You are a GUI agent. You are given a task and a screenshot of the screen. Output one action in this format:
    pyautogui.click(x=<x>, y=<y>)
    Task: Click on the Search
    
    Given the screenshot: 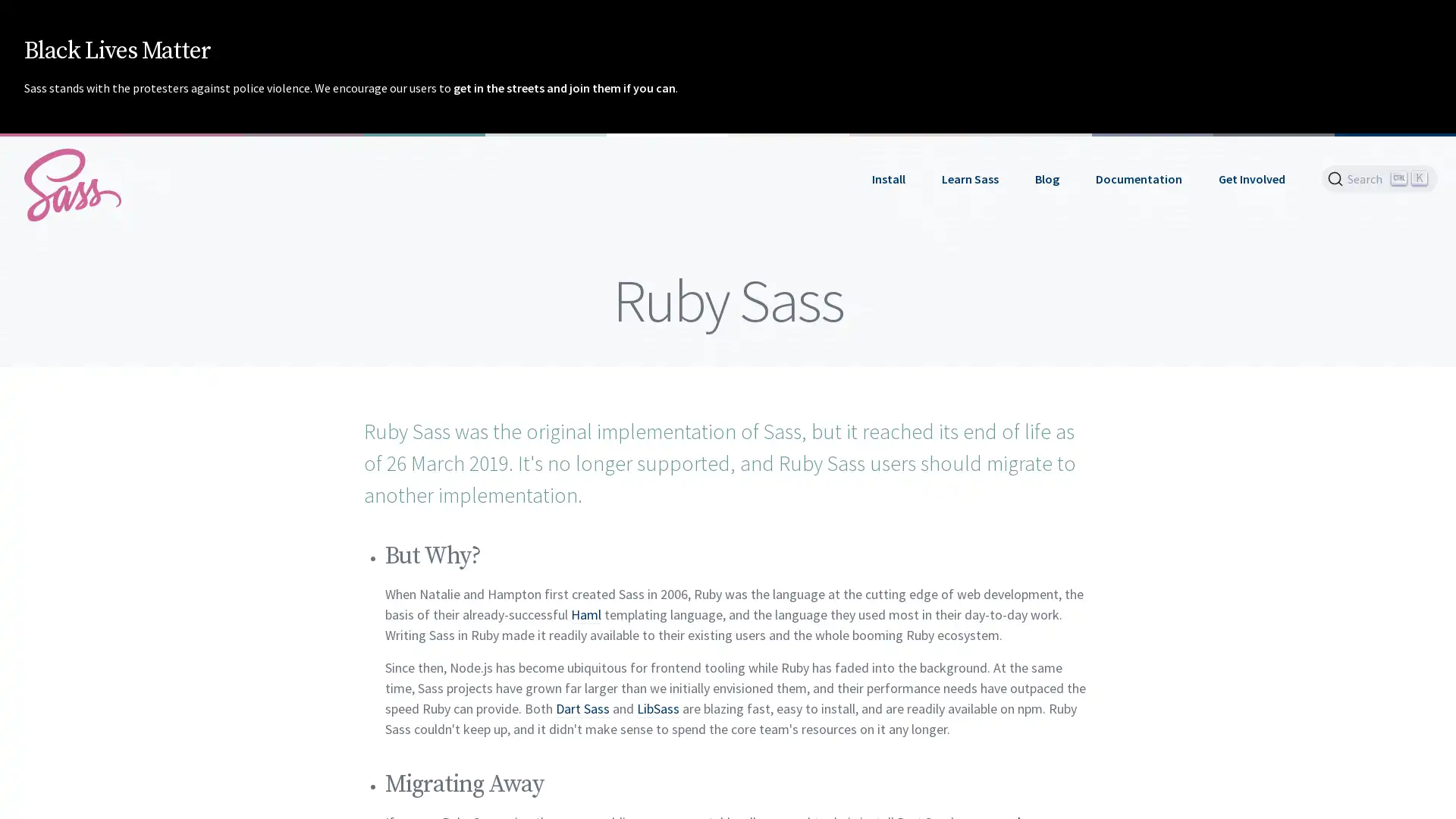 What is the action you would take?
    pyautogui.click(x=1379, y=177)
    